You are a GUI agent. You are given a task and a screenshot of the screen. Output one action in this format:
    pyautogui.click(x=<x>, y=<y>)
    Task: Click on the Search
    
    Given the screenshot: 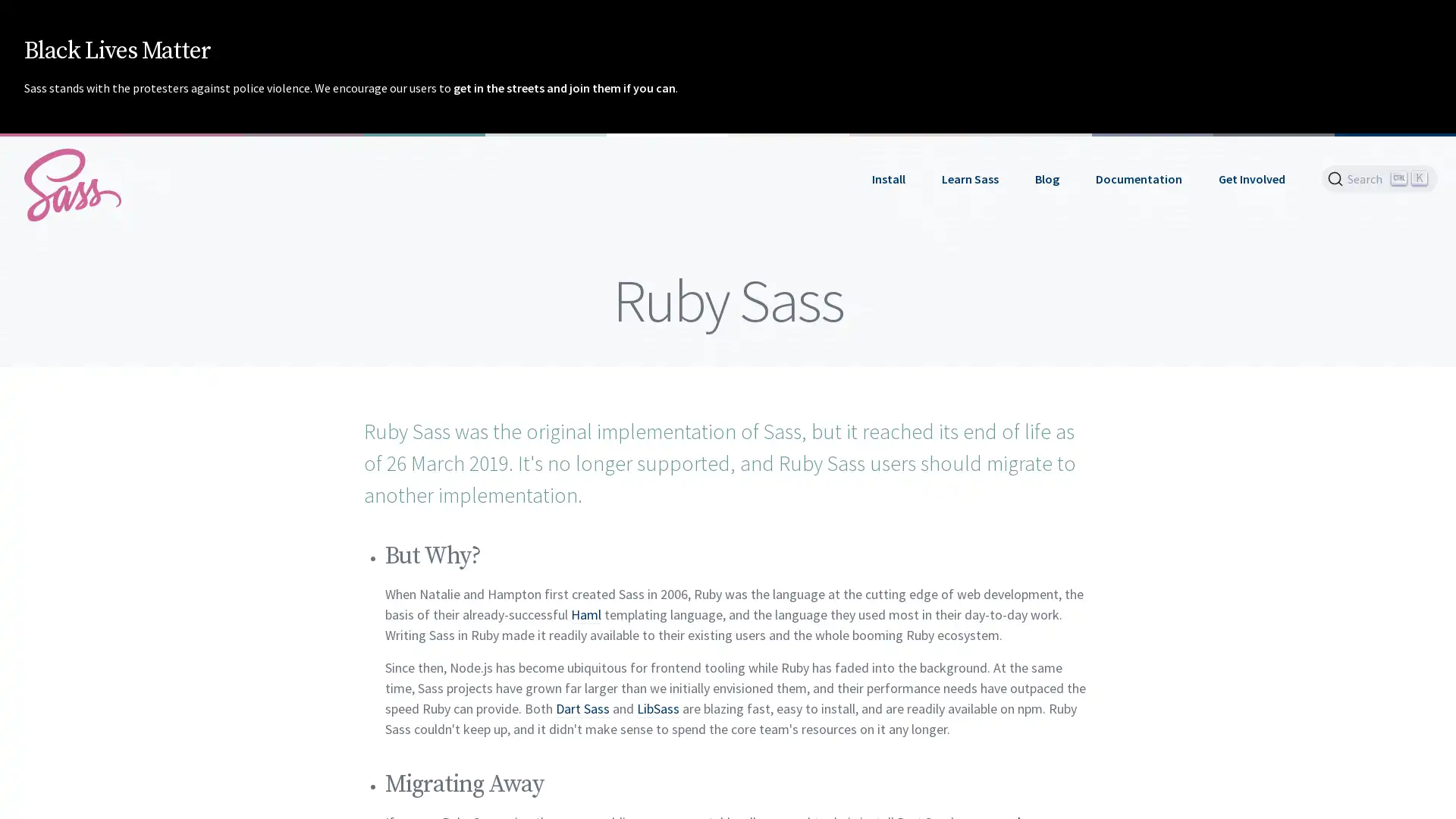 What is the action you would take?
    pyautogui.click(x=1379, y=177)
    